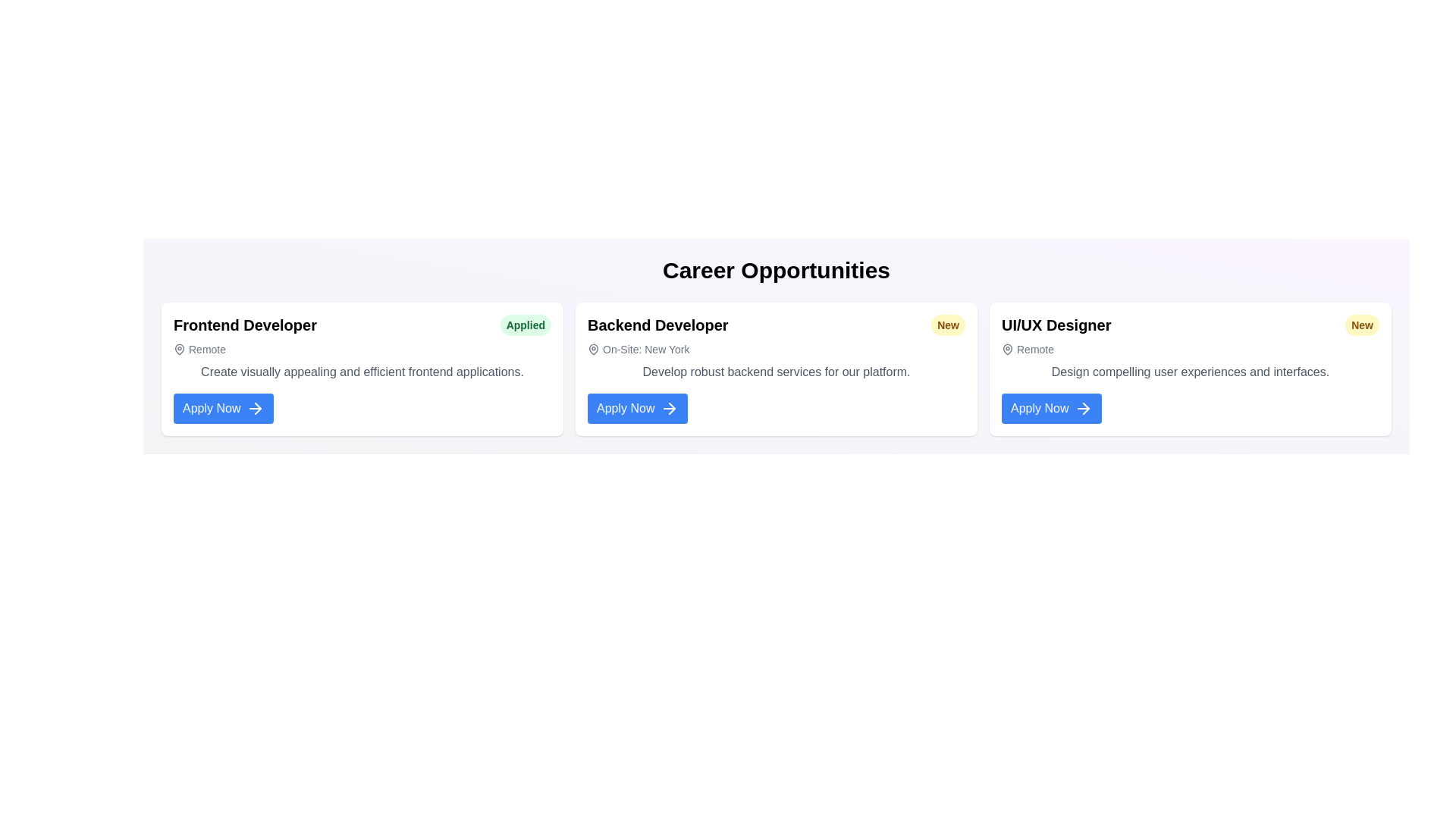 Image resolution: width=1456 pixels, height=819 pixels. Describe the element at coordinates (223, 408) in the screenshot. I see `the blue 'Apply Now' button with white text and a right-pointing arrow icon located at the bottom of the 'Frontend Developer' job listing card to trigger the hover effect that darkens the button's blue shade` at that location.